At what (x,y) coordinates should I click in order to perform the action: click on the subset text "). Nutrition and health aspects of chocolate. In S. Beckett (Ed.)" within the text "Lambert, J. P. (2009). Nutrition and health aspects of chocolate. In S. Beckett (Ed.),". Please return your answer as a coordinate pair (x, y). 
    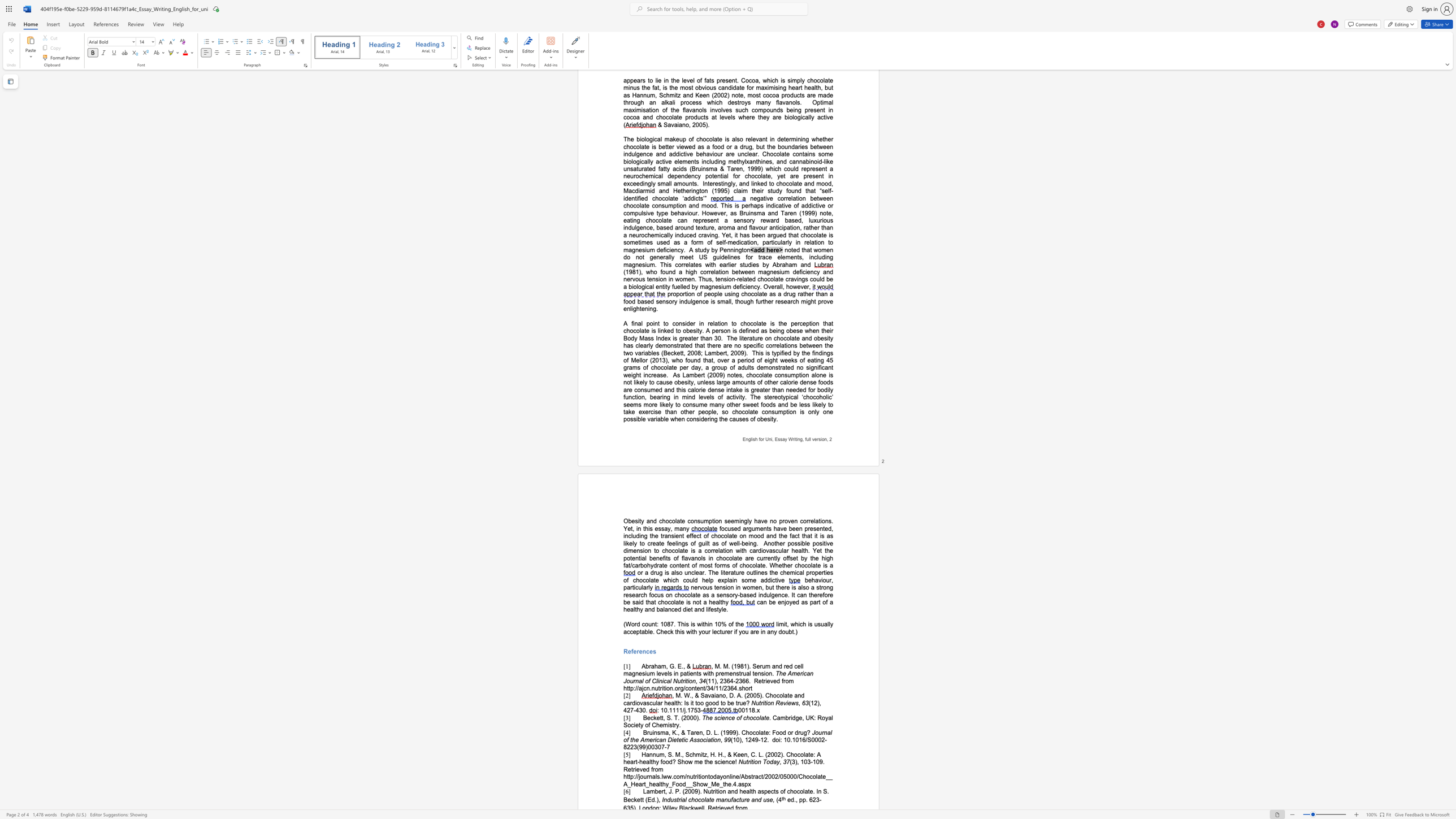
    Looking at the image, I should click on (697, 791).